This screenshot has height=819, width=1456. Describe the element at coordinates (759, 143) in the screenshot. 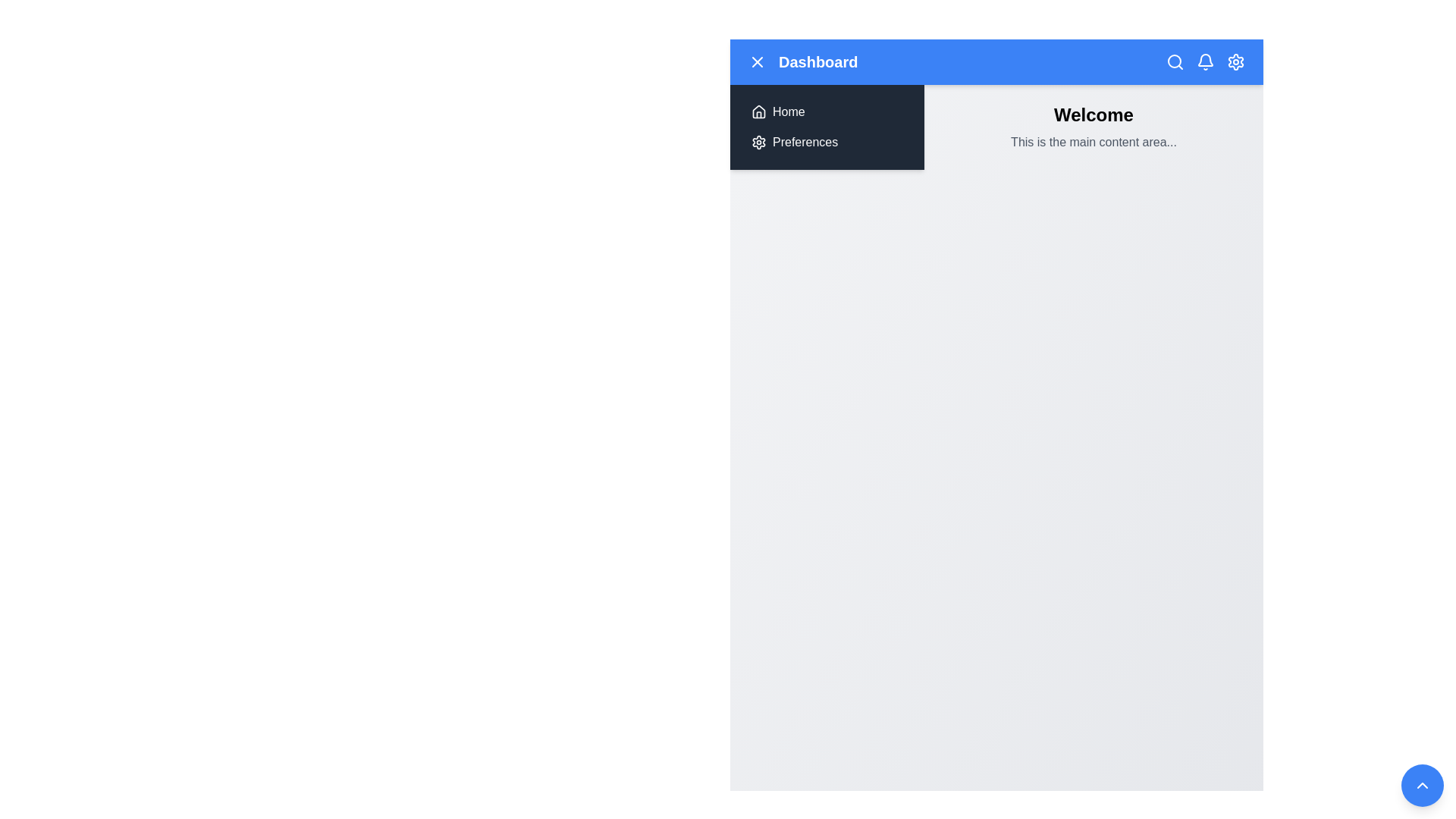

I see `the gear-shaped icon that signifies settings, located to the left of the 'Preferences' text in the dropdown menu under the 'Dashboard' heading` at that location.